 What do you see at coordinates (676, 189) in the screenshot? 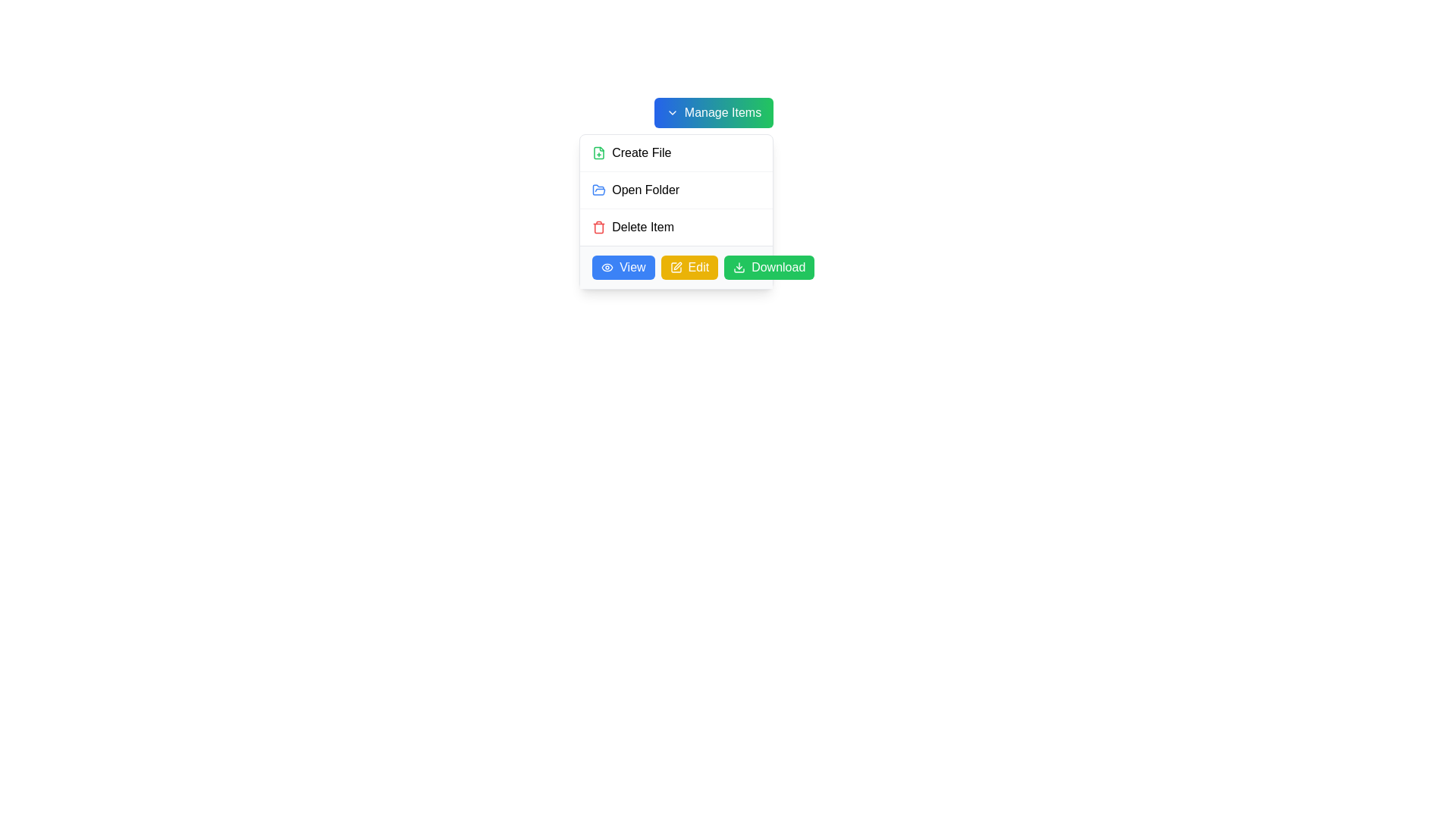
I see `the 'Open Folder' button` at bounding box center [676, 189].